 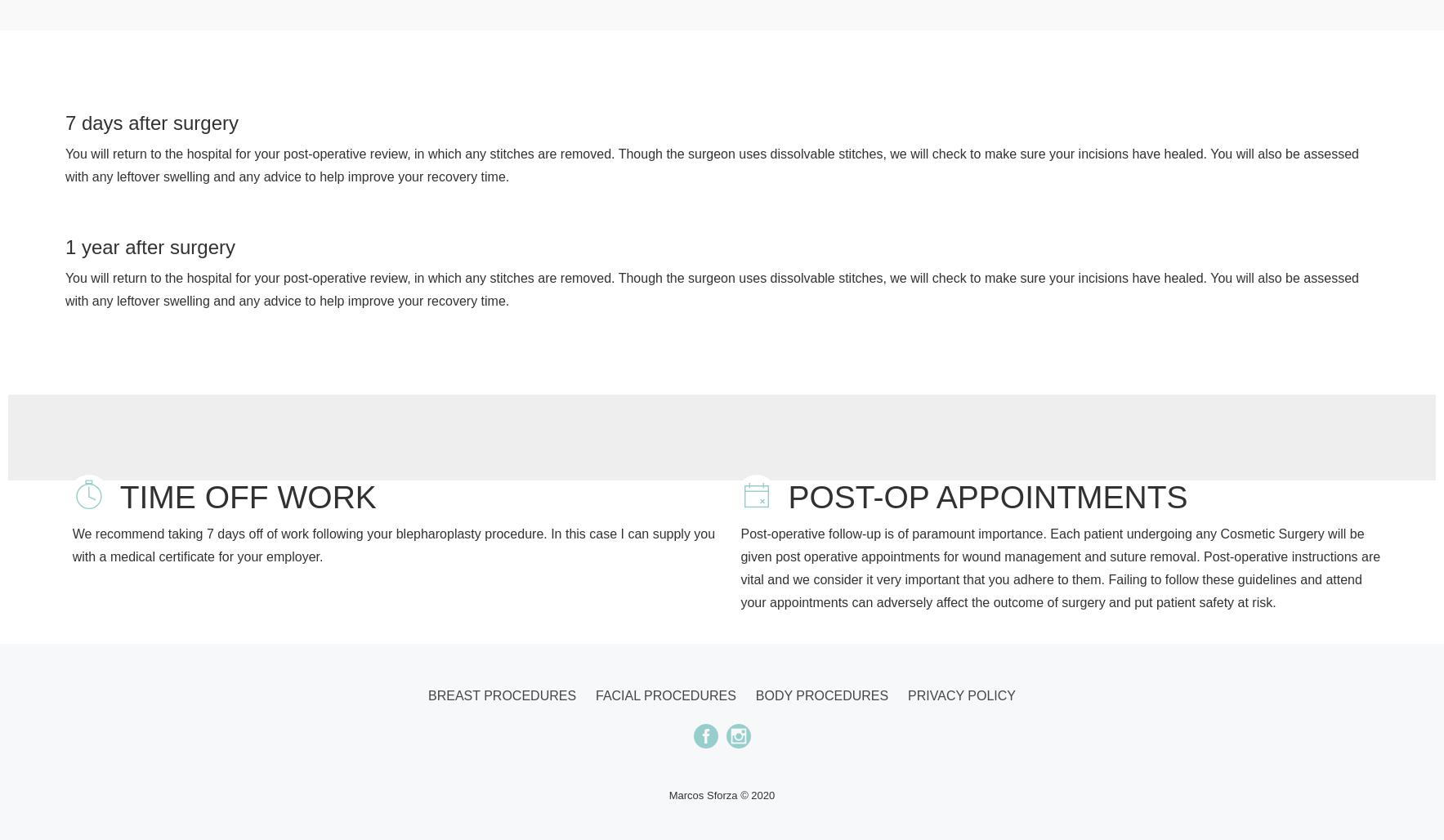 I want to click on 'TIME OFF WORK', so click(x=248, y=496).